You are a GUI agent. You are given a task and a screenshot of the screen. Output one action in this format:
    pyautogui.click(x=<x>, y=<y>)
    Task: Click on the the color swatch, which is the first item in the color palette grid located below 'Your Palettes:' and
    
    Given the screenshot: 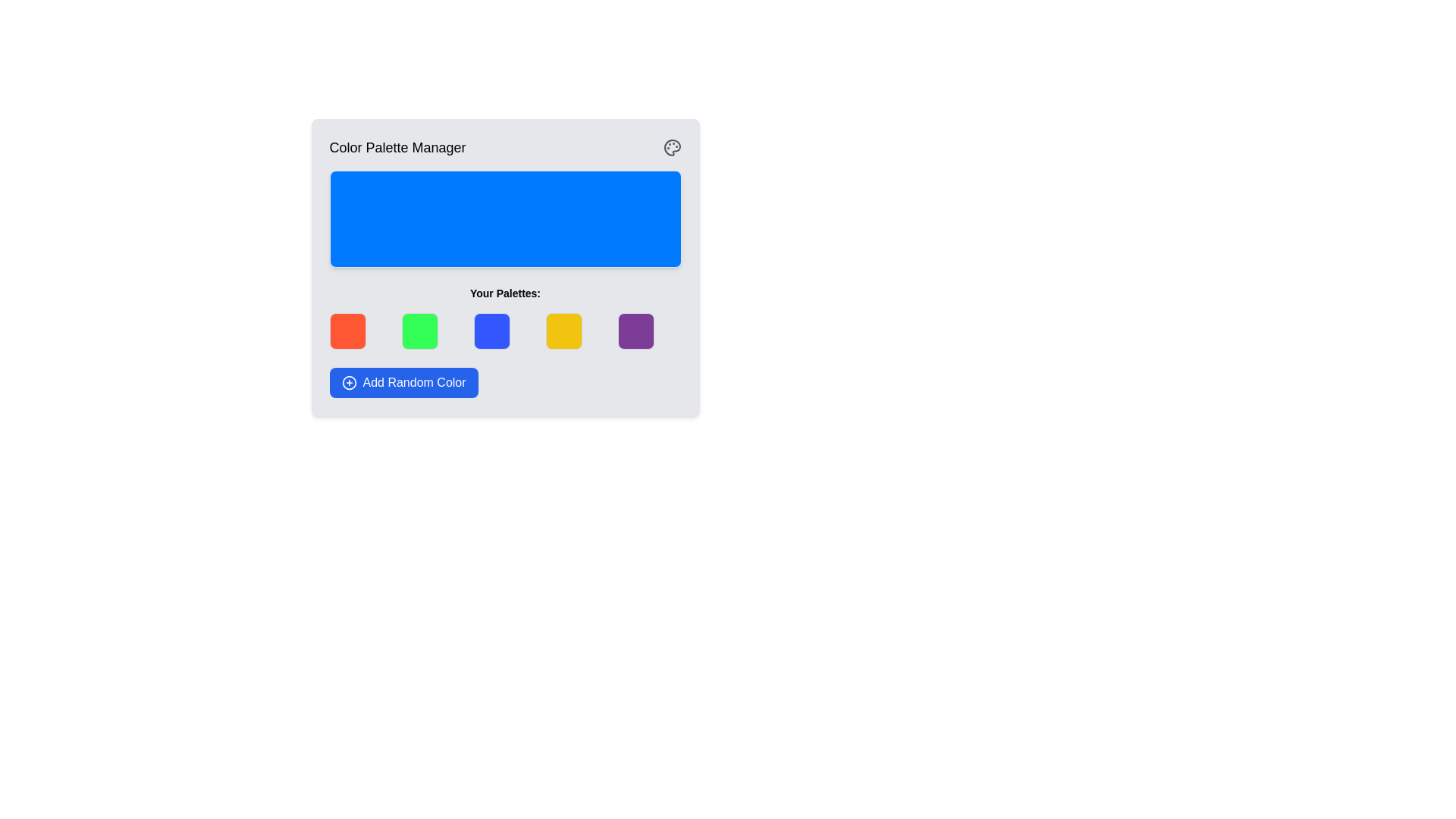 What is the action you would take?
    pyautogui.click(x=347, y=330)
    